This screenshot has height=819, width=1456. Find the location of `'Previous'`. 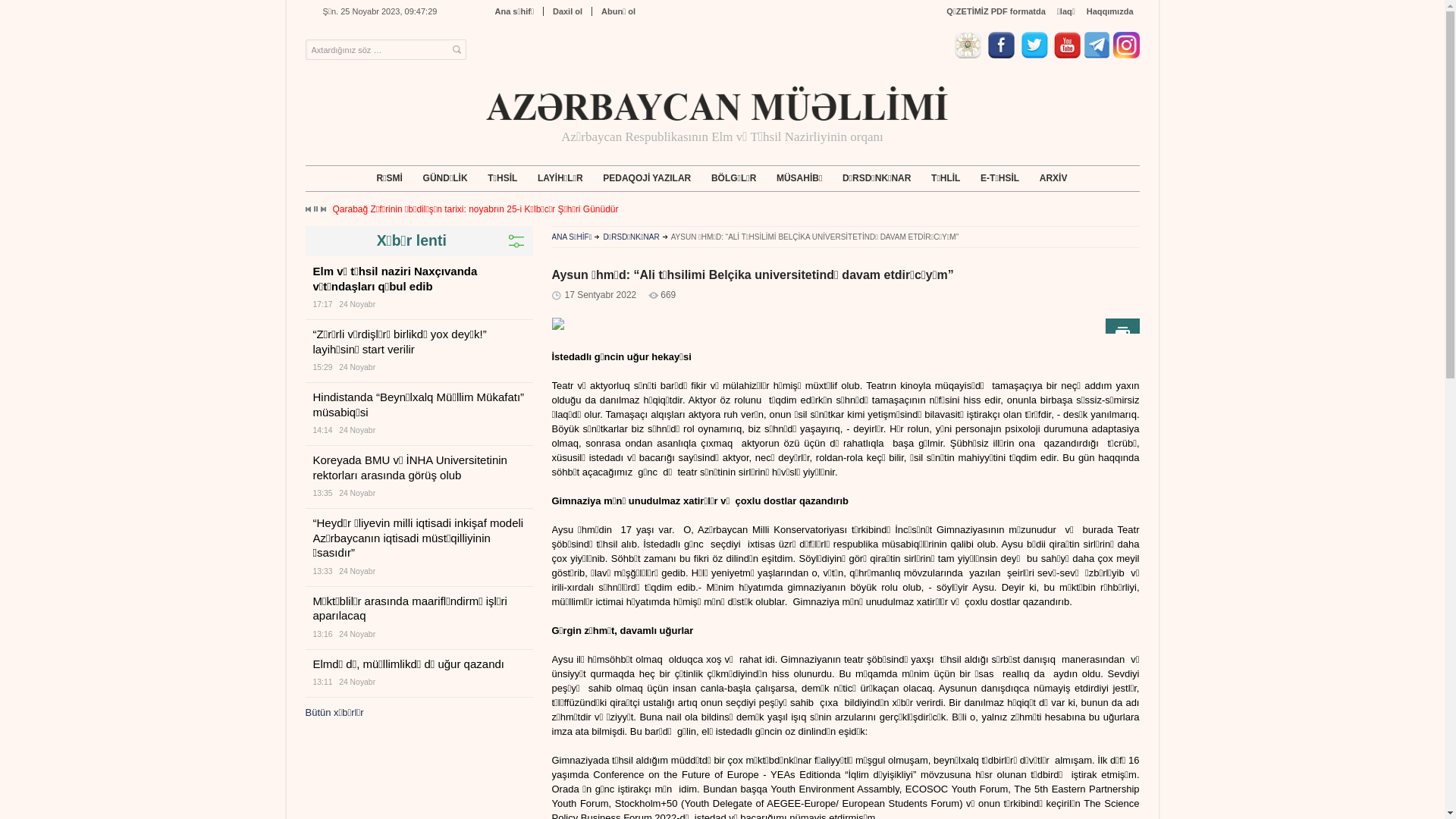

'Previous' is located at coordinates (308, 209).